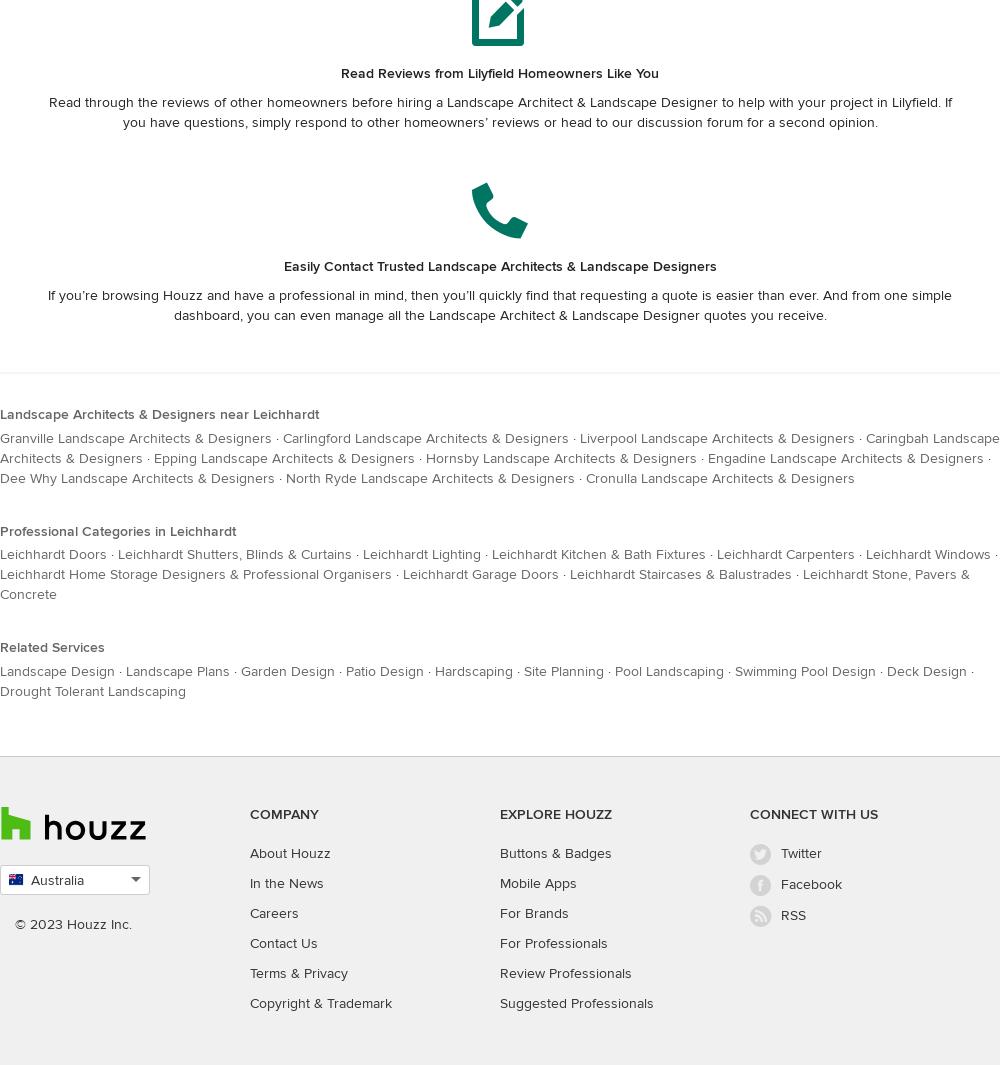 The image size is (1000, 1065). Describe the element at coordinates (669, 671) in the screenshot. I see `'Pool Landscaping'` at that location.